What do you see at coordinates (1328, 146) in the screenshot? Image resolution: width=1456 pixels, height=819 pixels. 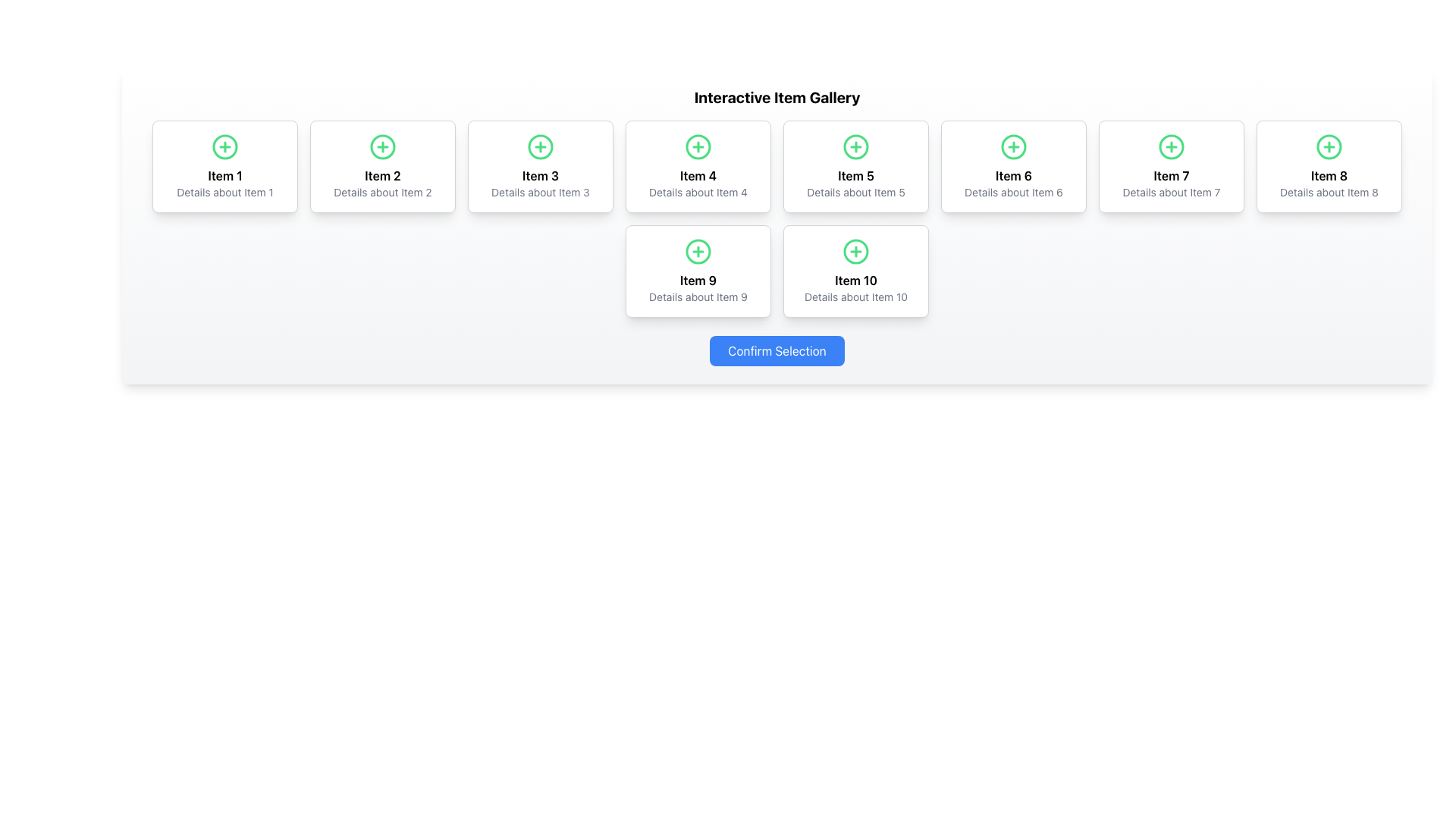 I see `the button located at the top area of the card labeled 'Item 8', which is centrally aligned above the text content` at bounding box center [1328, 146].